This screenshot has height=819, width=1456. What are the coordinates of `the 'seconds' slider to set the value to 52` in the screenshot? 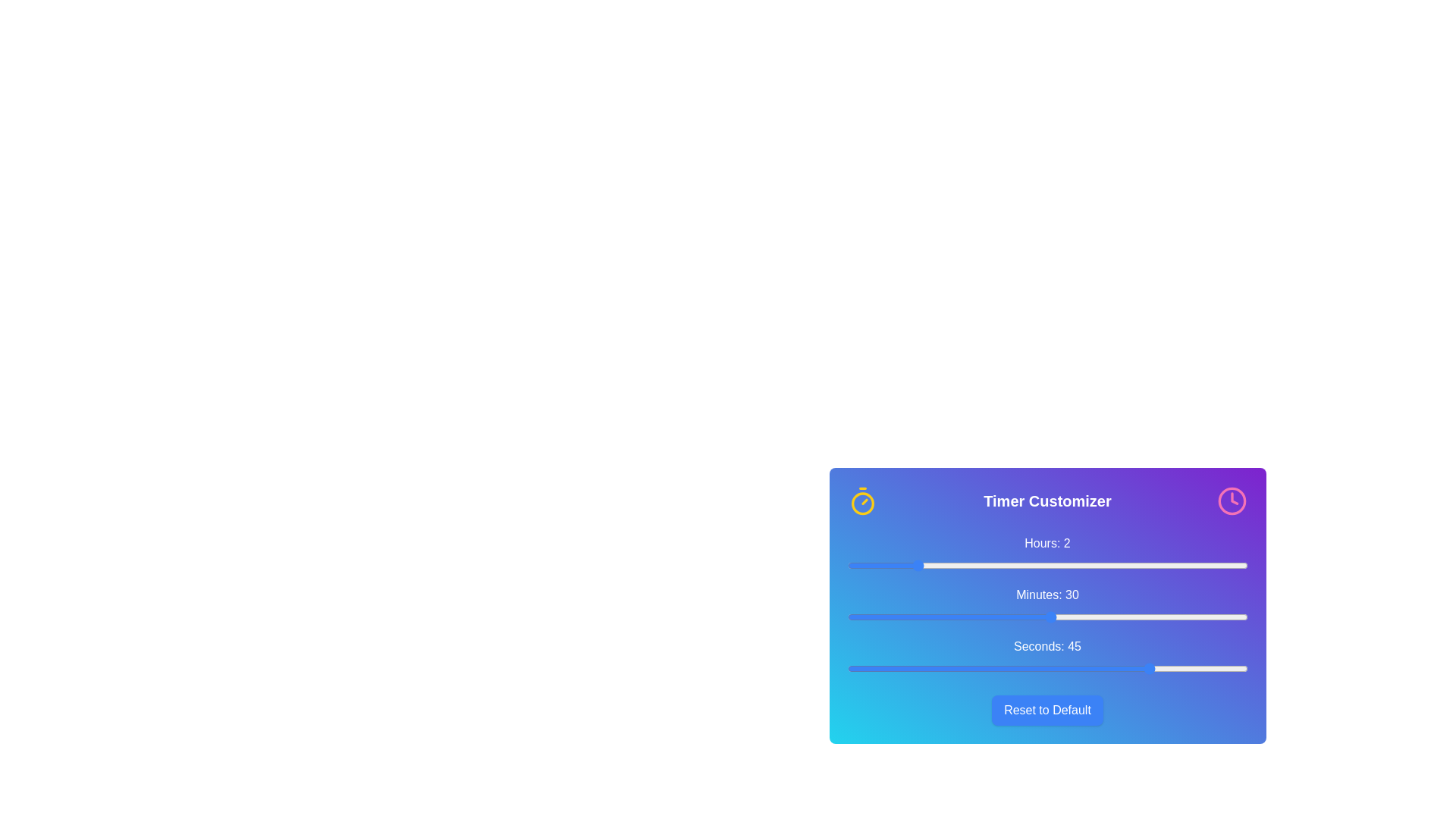 It's located at (1199, 668).